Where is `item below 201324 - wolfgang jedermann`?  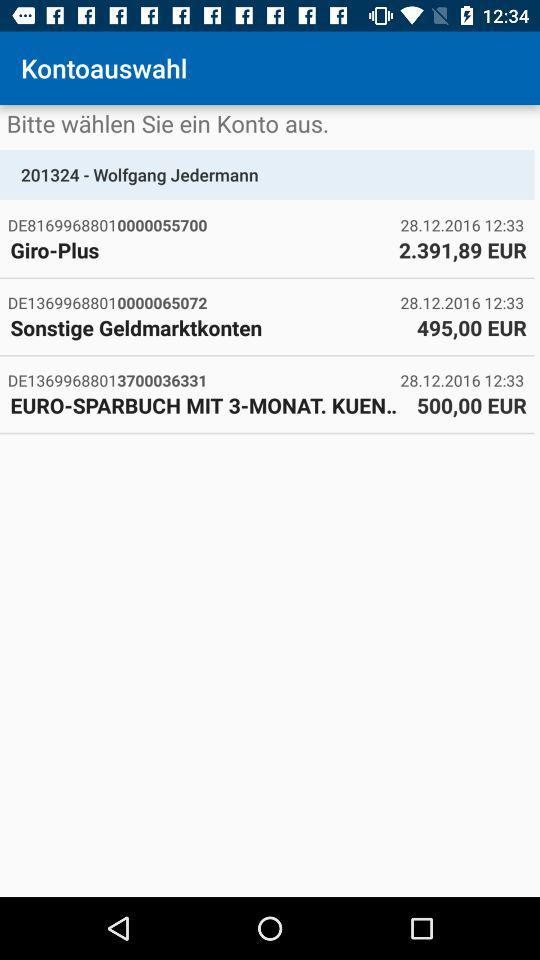
item below 201324 - wolfgang jedermann is located at coordinates (203, 225).